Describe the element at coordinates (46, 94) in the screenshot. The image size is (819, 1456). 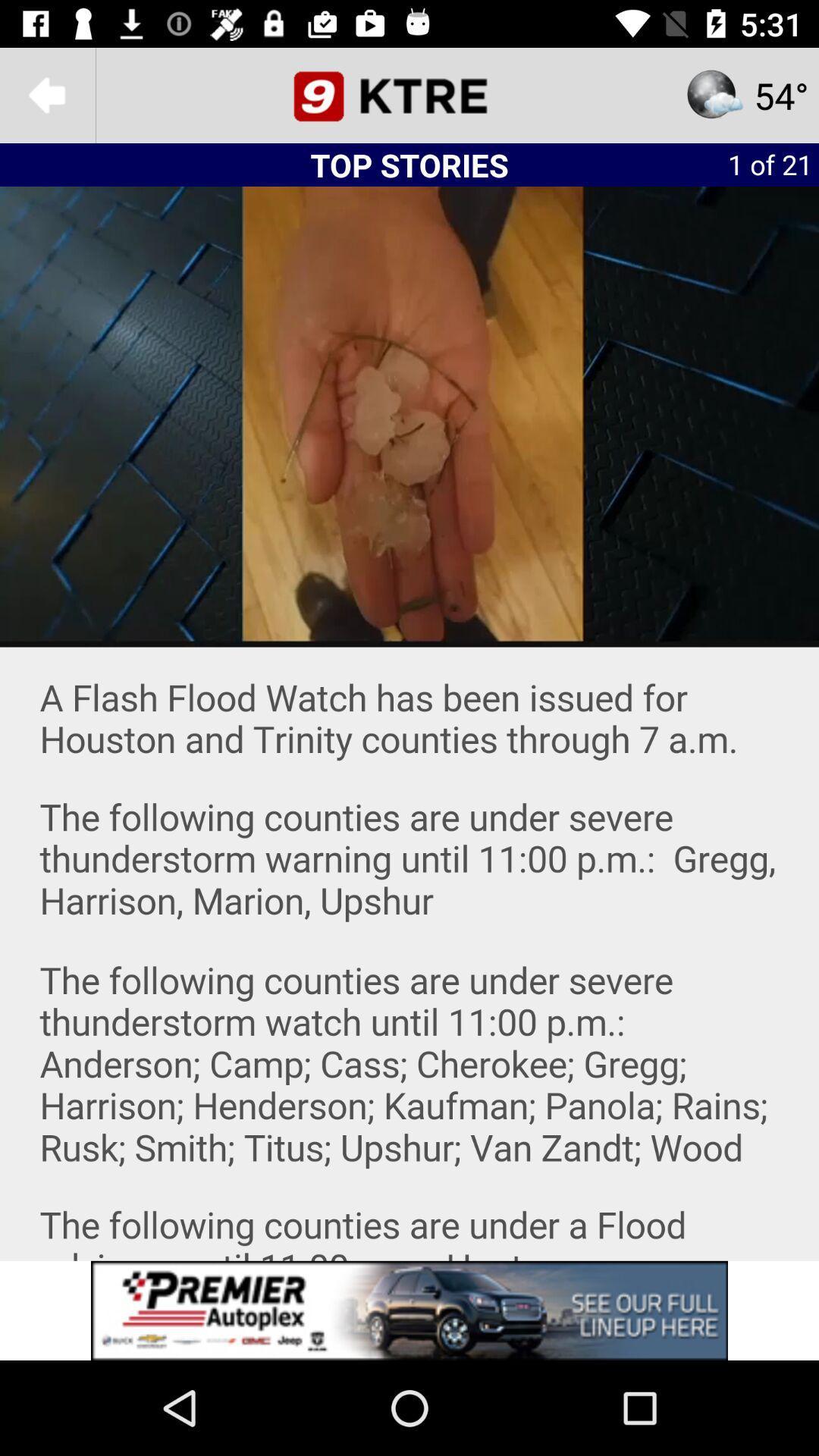
I see `the arrow_backward icon` at that location.